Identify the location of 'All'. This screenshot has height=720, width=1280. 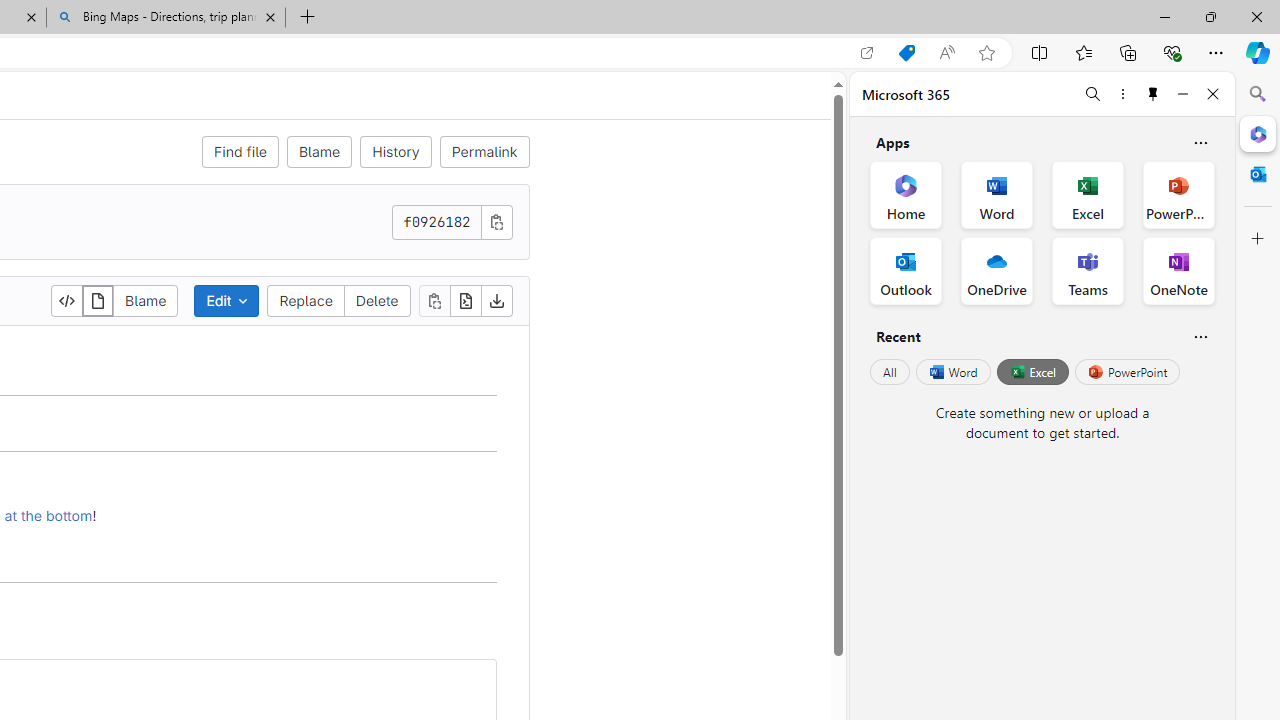
(889, 372).